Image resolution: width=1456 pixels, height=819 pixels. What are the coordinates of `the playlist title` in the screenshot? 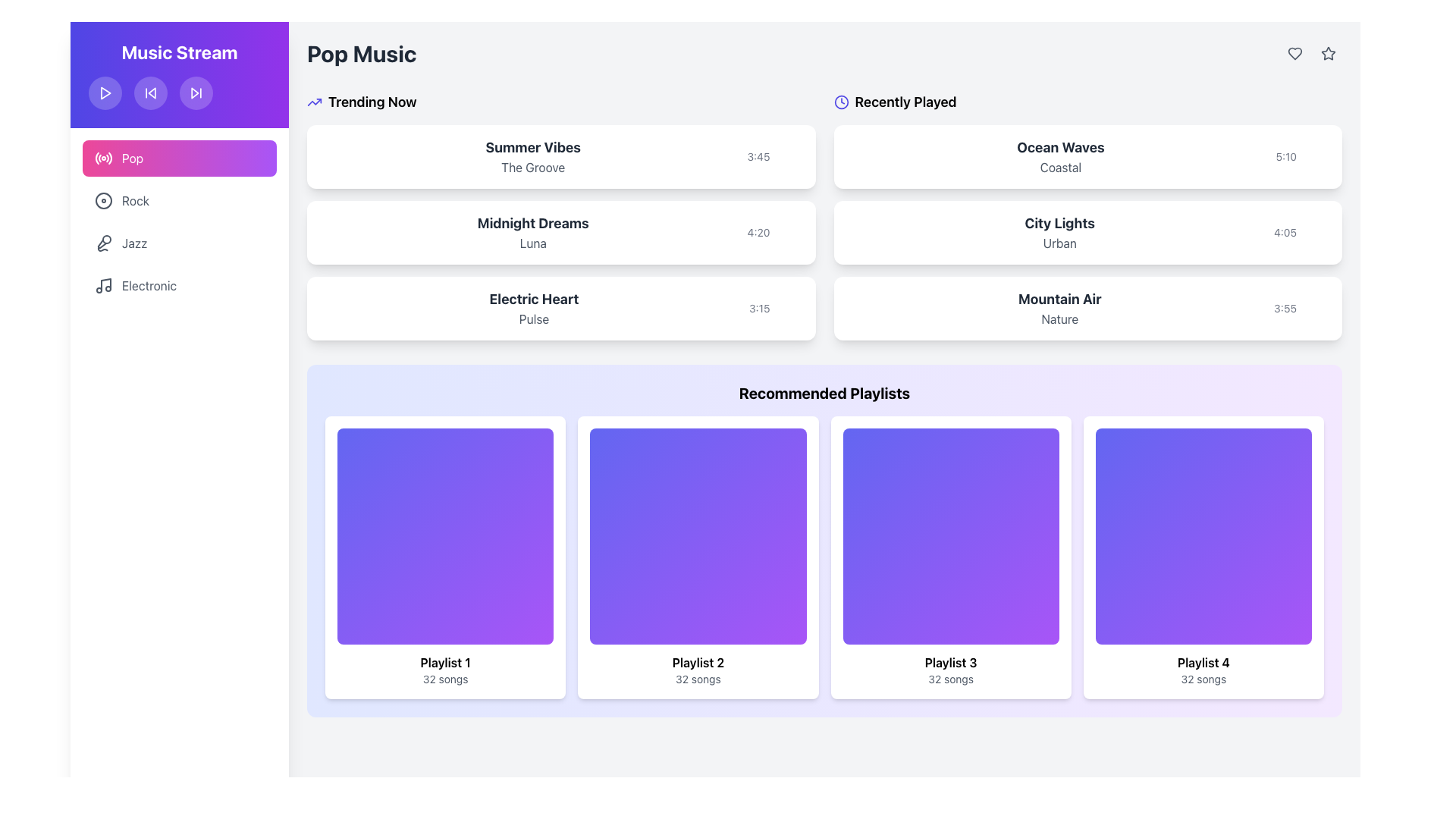 It's located at (950, 662).